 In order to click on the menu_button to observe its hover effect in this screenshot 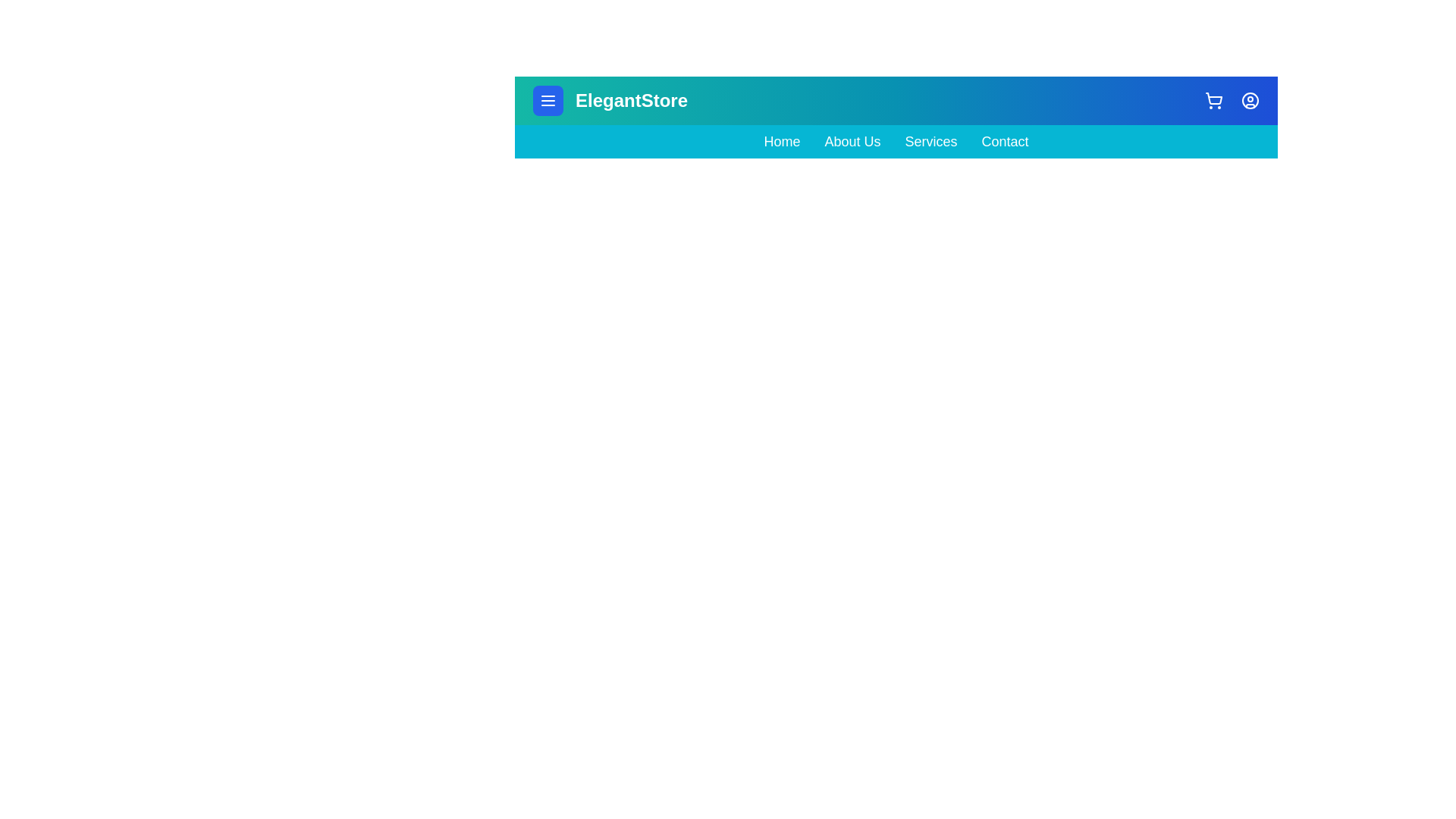, I will do `click(548, 100)`.